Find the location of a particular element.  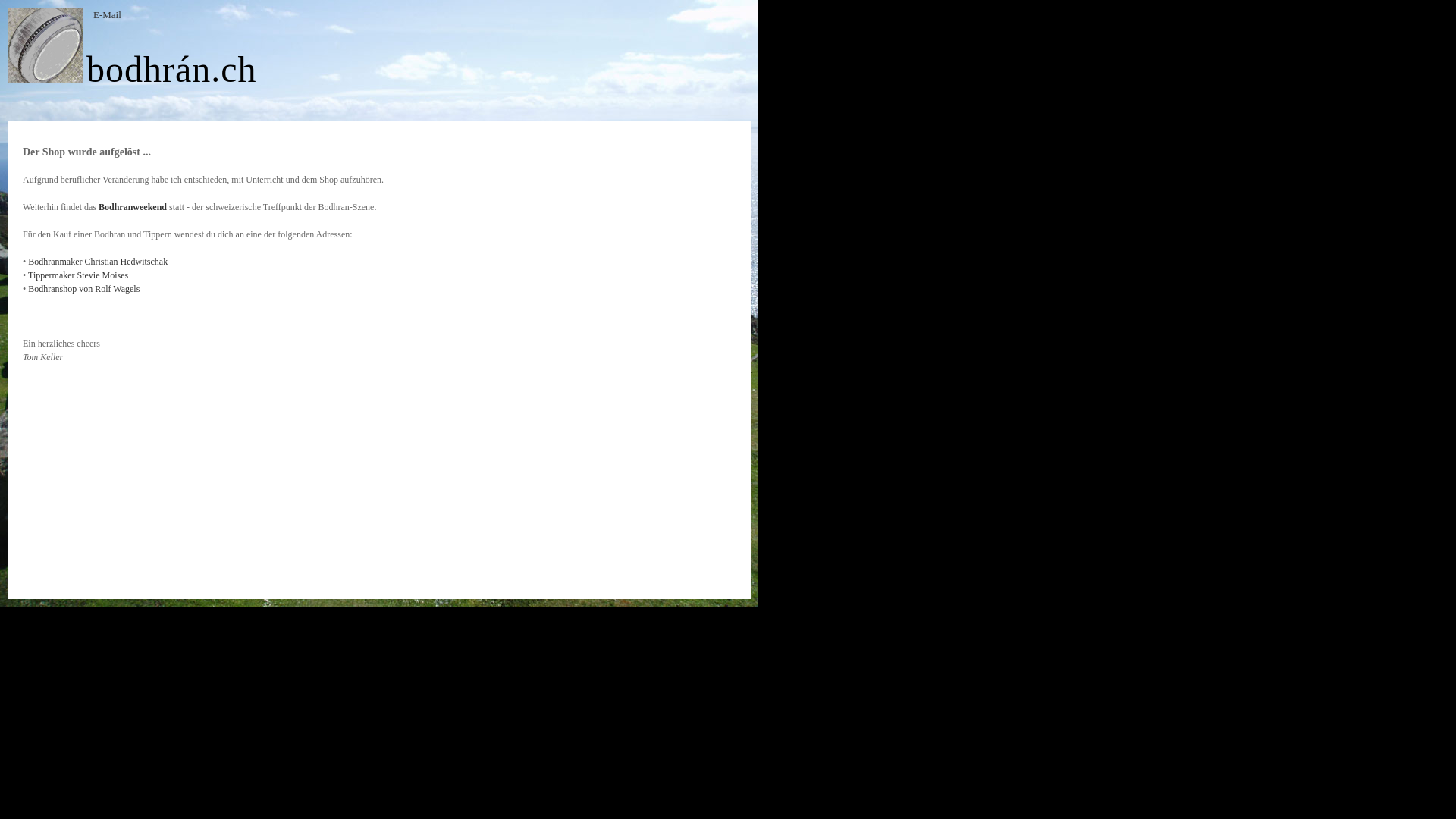

'Tippermaker Stevie Moises' is located at coordinates (77, 275).